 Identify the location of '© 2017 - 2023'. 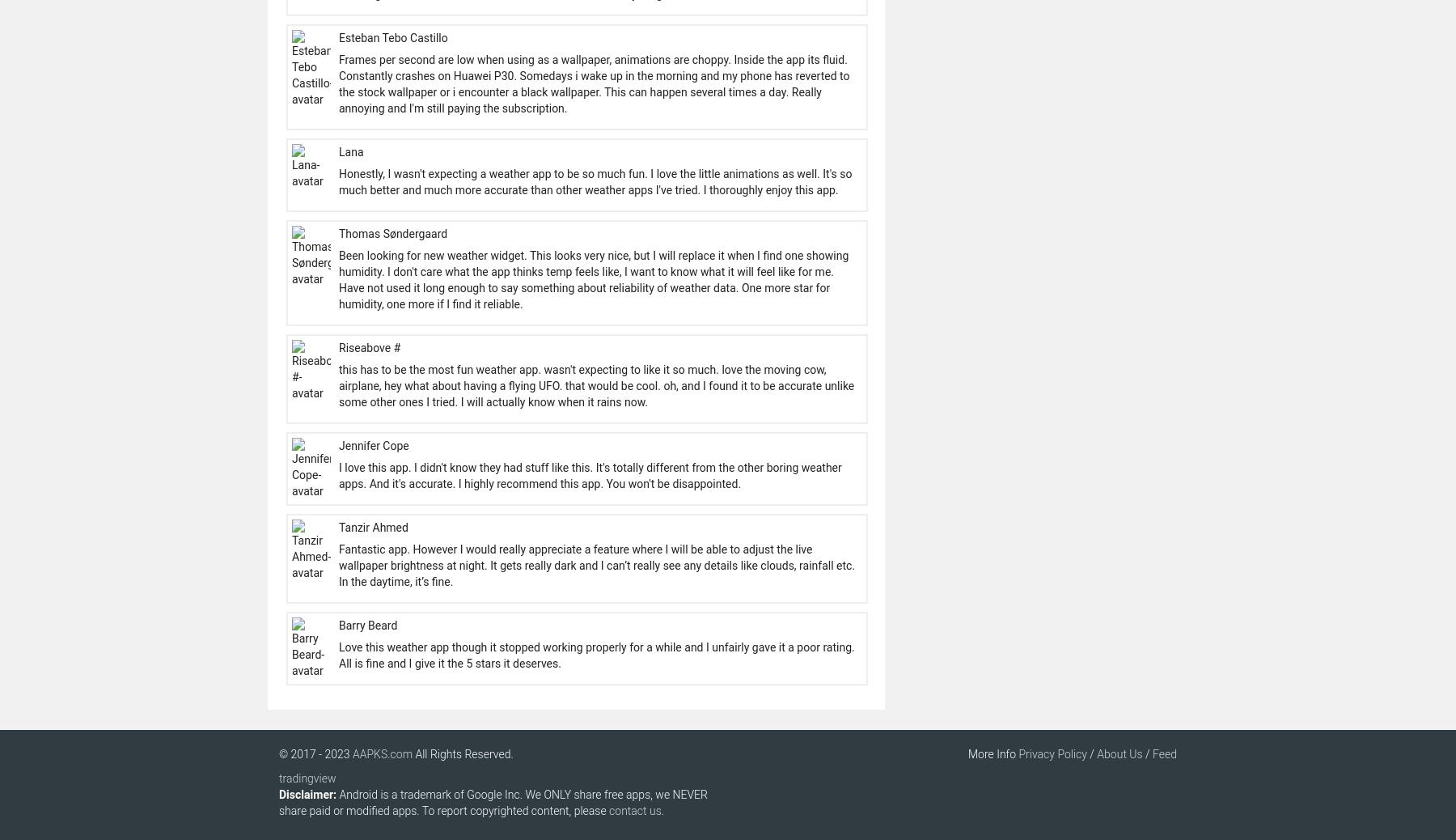
(315, 754).